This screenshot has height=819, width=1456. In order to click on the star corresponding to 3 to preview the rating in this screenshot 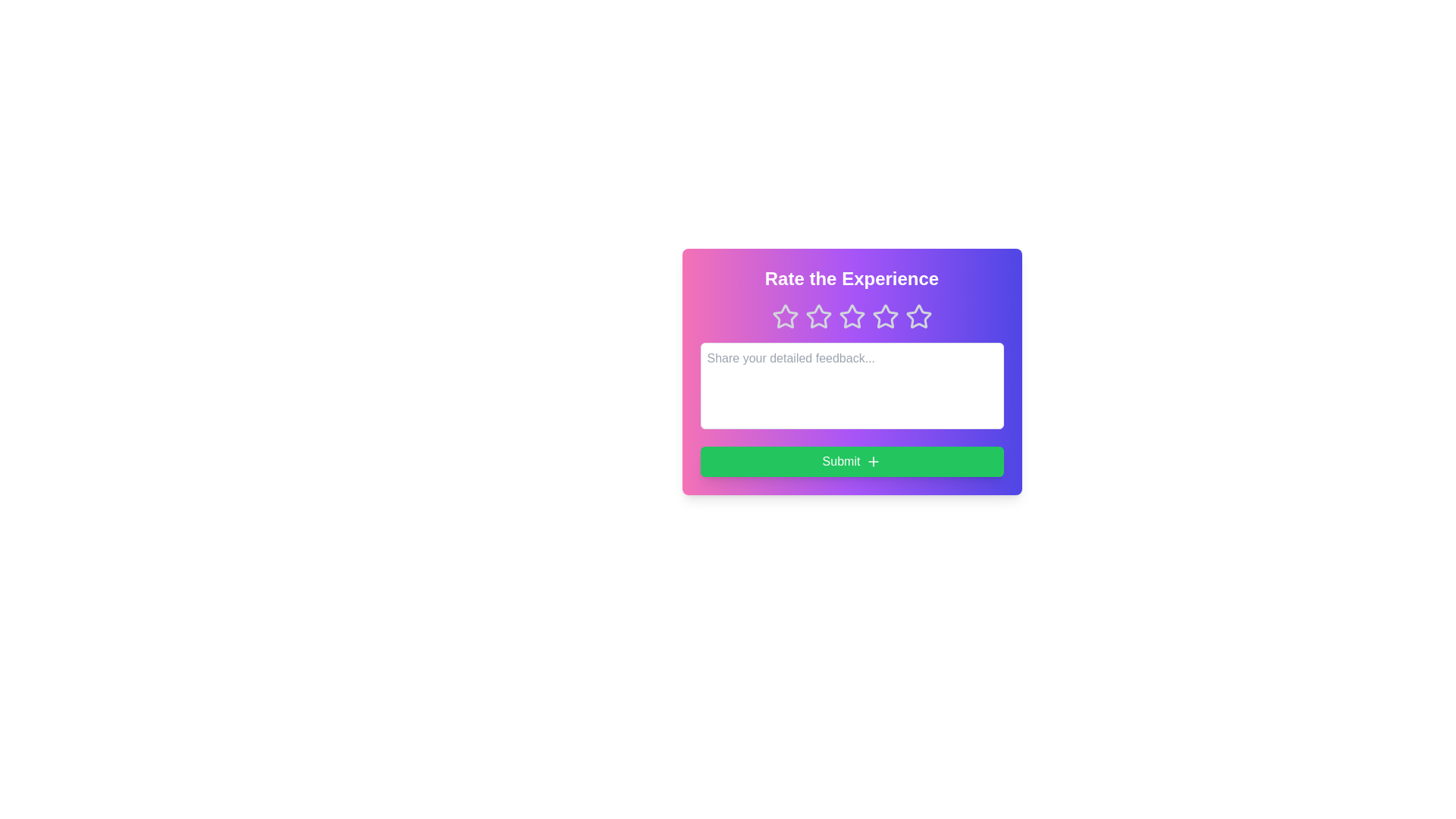, I will do `click(852, 315)`.